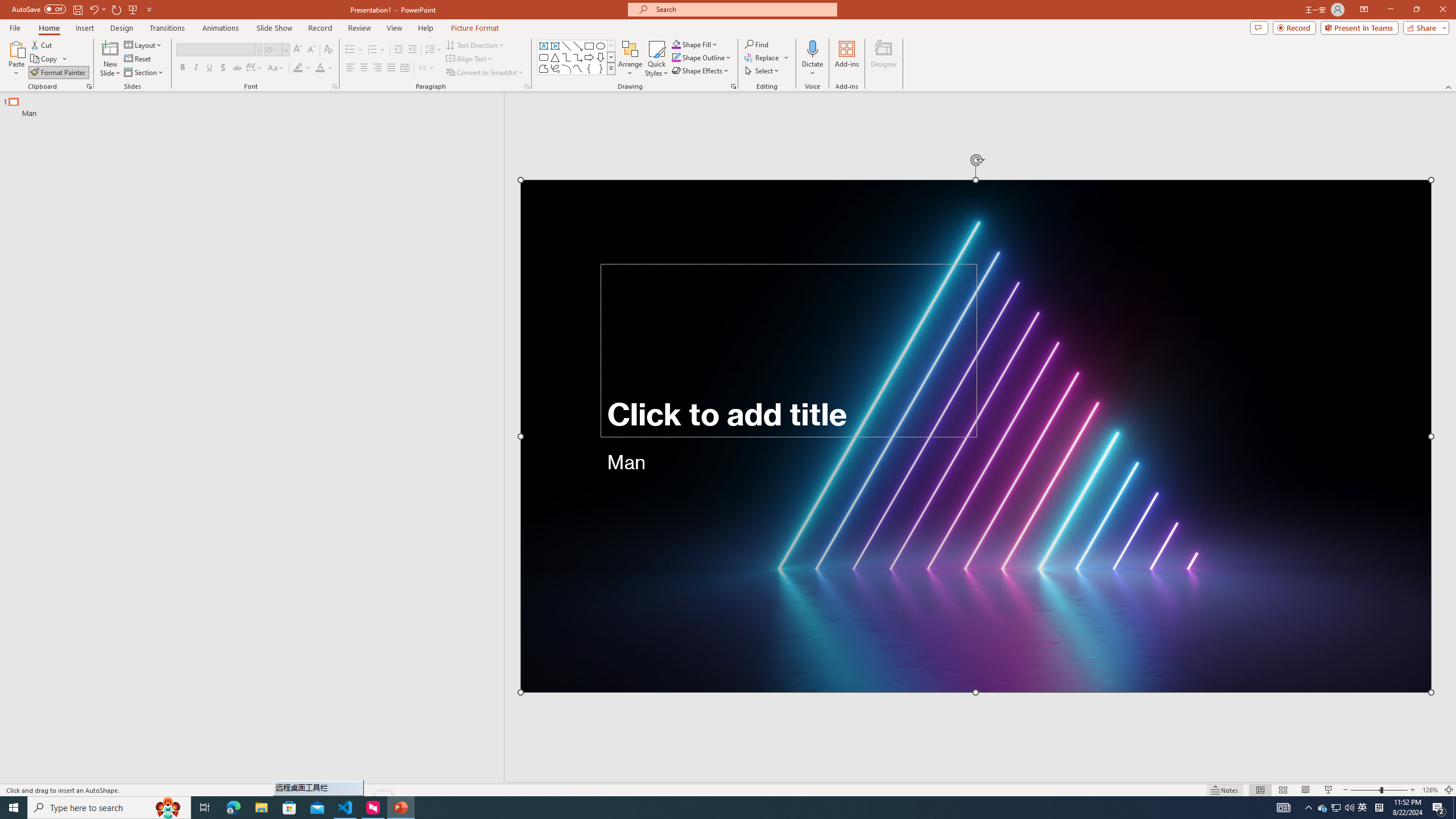  What do you see at coordinates (676, 44) in the screenshot?
I see `'Shape Fill Orange, Accent 2'` at bounding box center [676, 44].